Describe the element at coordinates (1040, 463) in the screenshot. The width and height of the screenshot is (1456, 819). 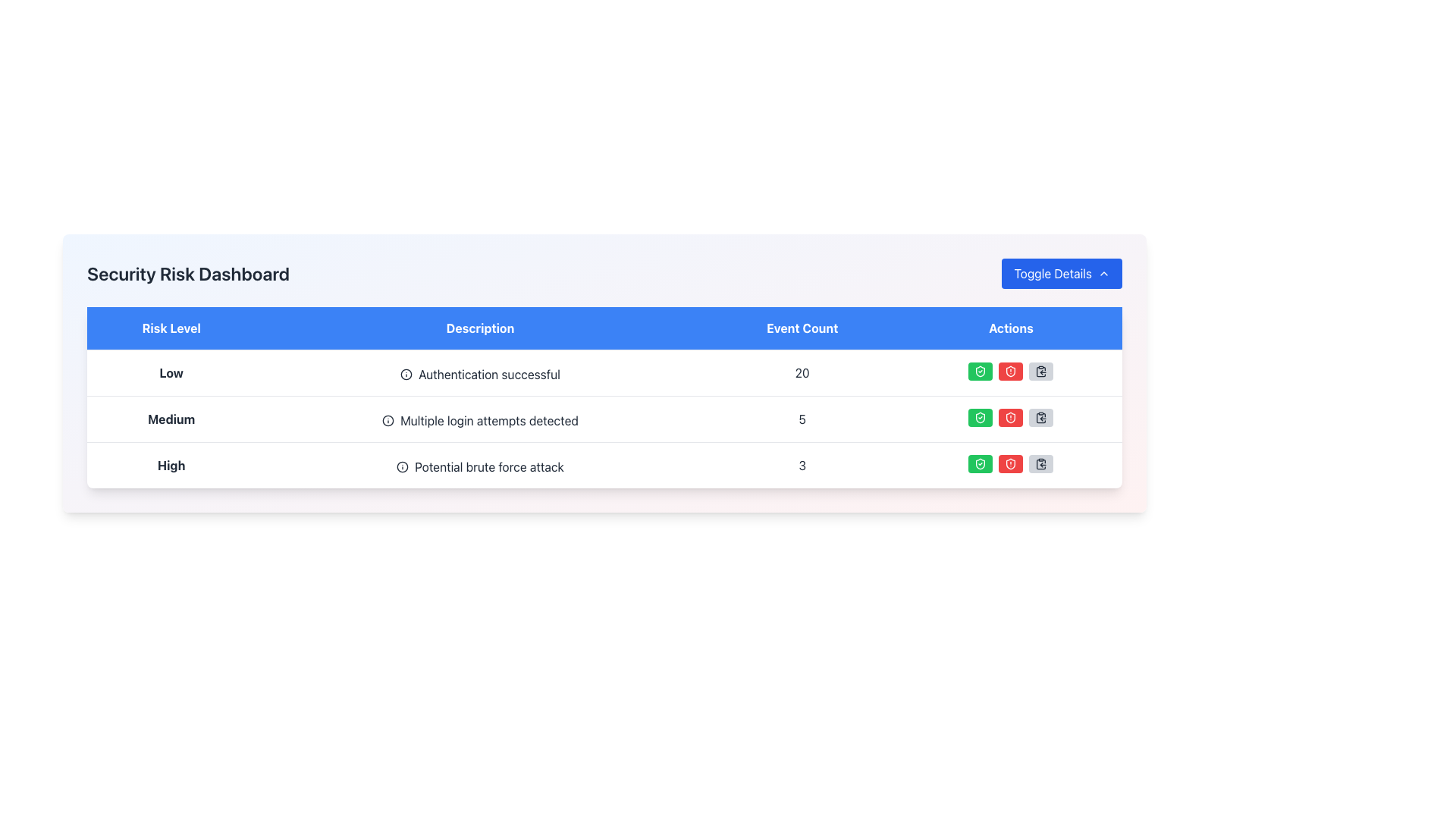
I see `the last button in the 'Actions' column associated with the 'High' risk level entry` at that location.